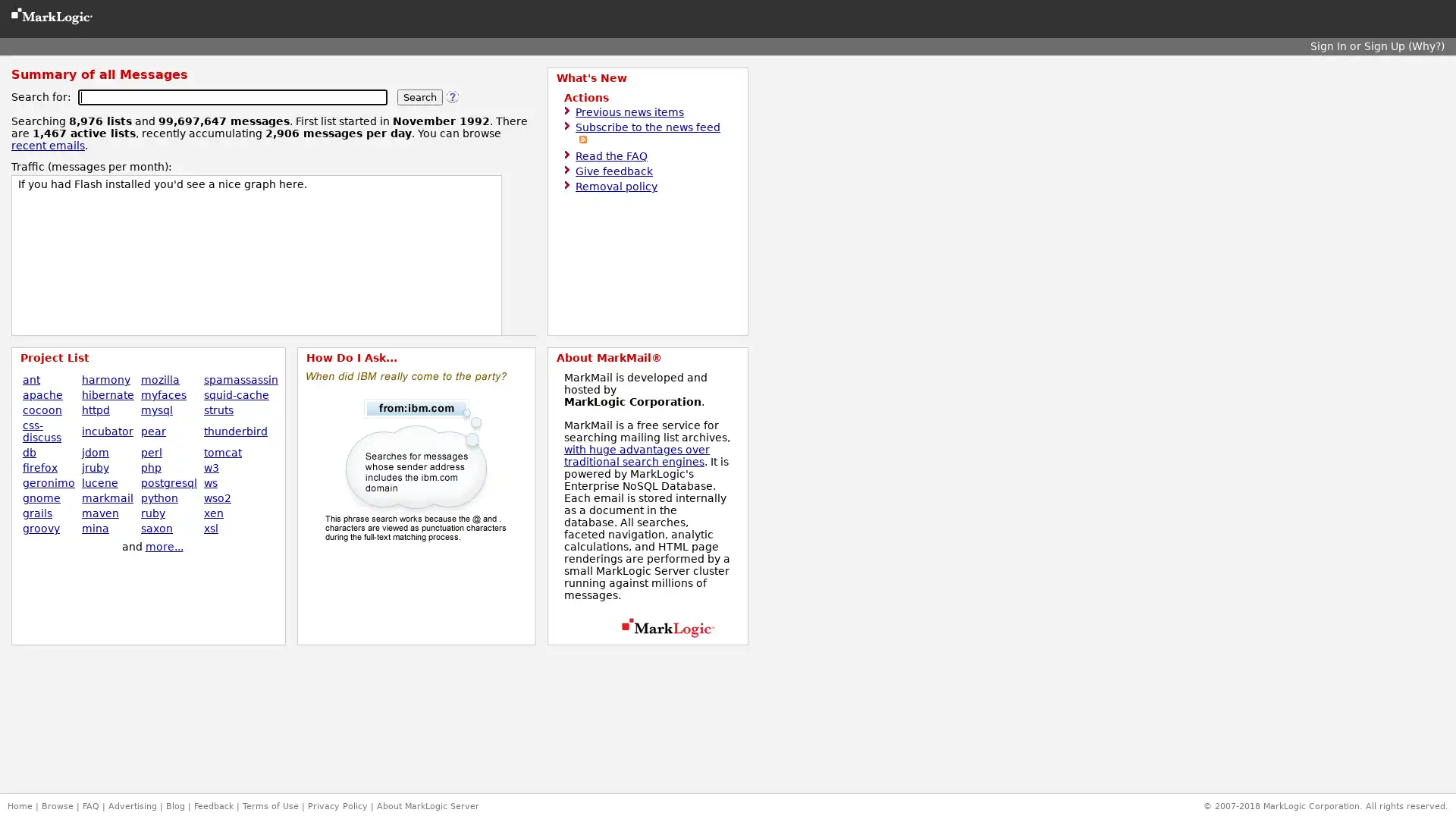 The image size is (1456, 819). What do you see at coordinates (419, 97) in the screenshot?
I see `Search` at bounding box center [419, 97].